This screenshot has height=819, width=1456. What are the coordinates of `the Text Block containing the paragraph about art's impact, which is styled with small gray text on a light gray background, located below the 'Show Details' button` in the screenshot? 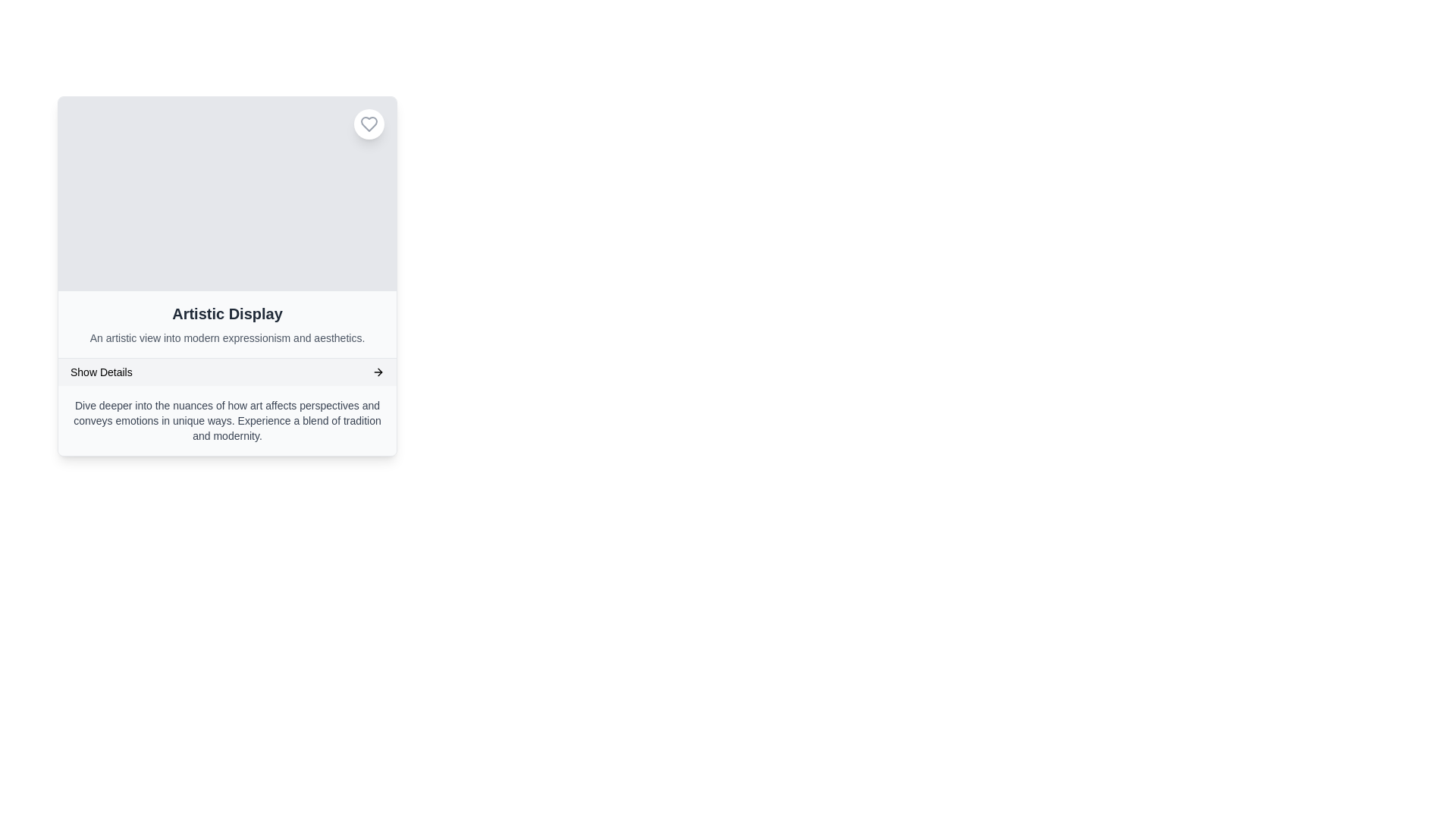 It's located at (226, 421).